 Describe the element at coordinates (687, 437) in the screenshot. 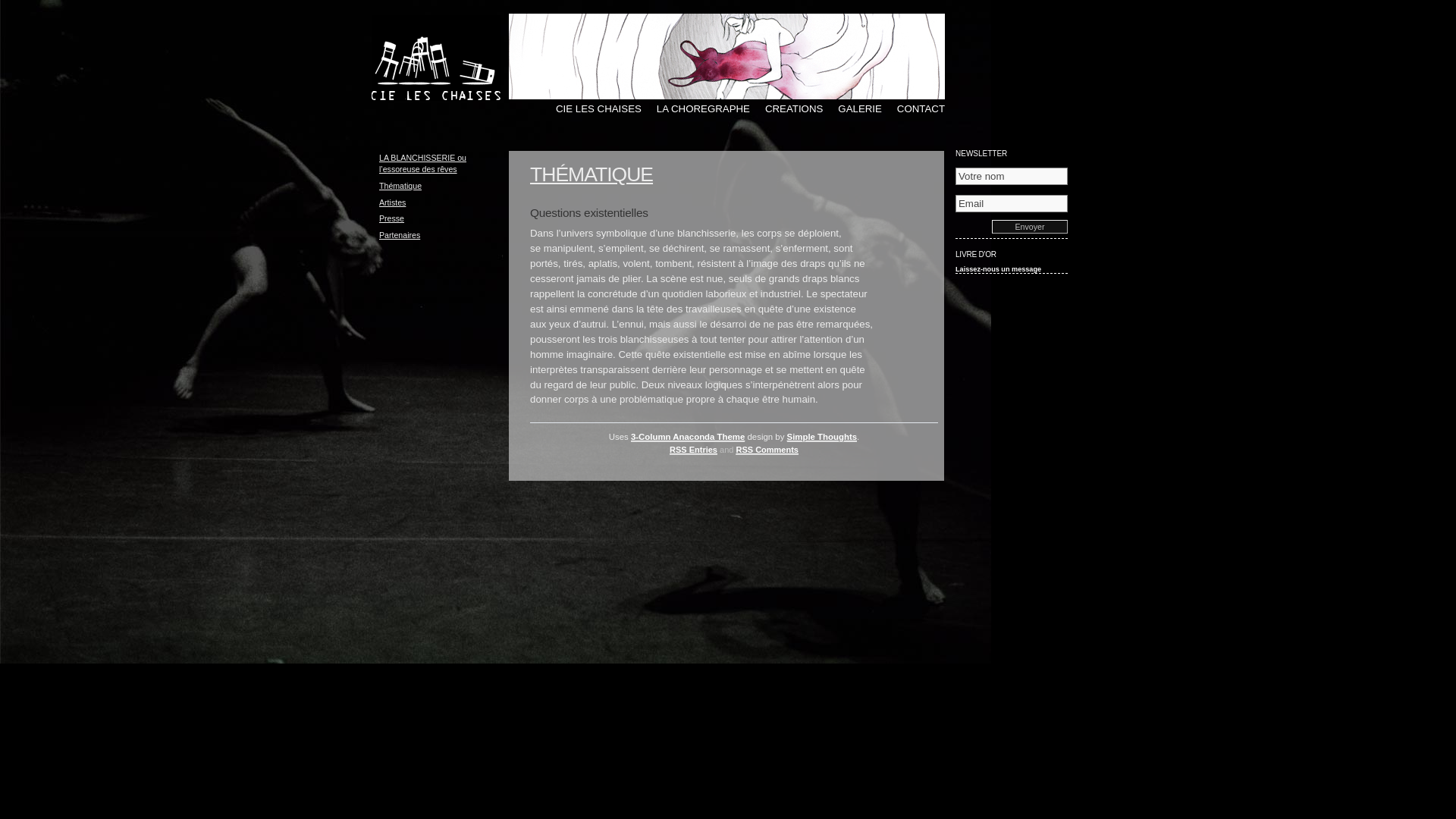

I see `'3-Column Anaconda Theme'` at that location.